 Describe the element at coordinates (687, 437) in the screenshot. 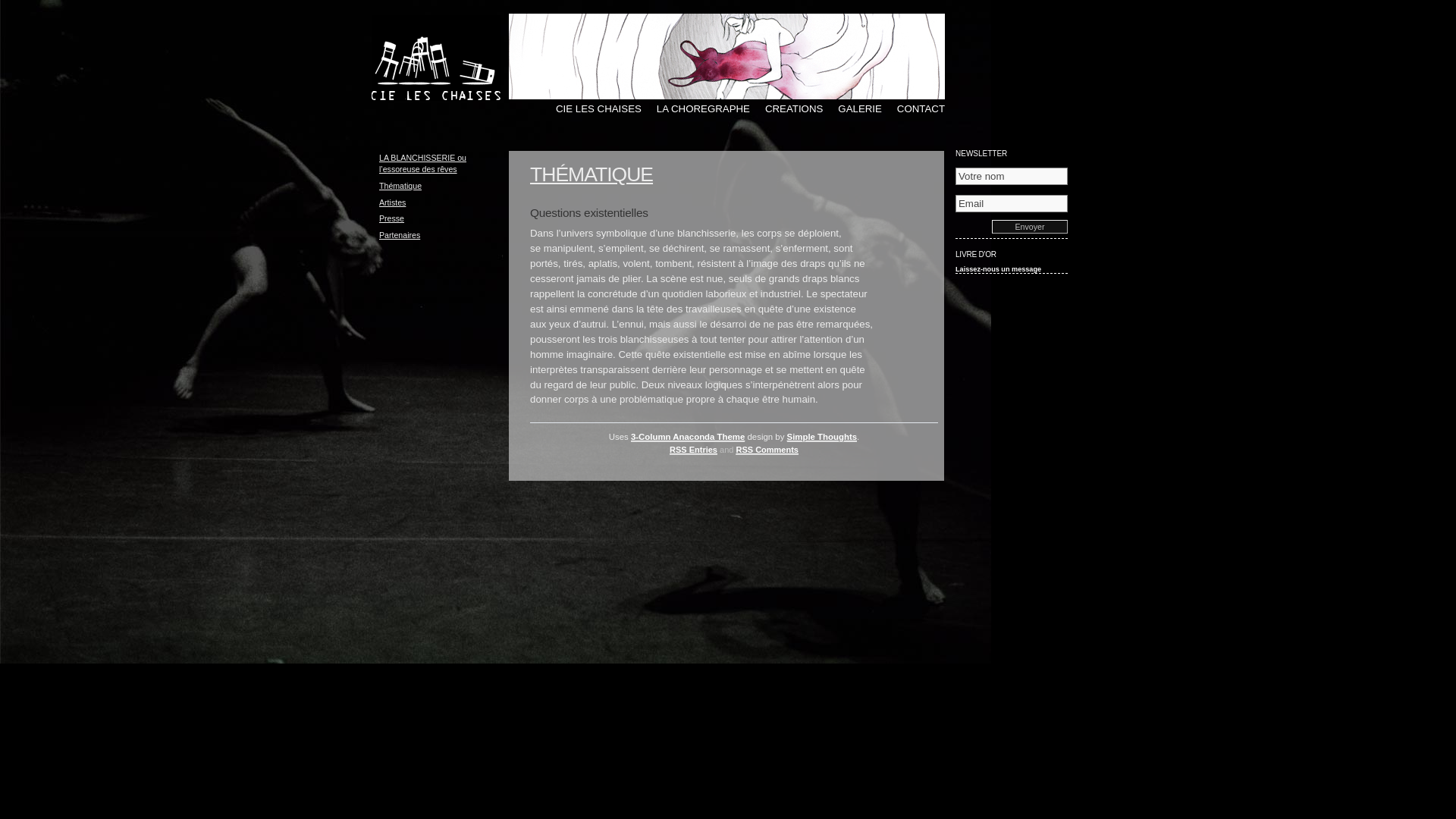

I see `'3-Column Anaconda Theme'` at that location.